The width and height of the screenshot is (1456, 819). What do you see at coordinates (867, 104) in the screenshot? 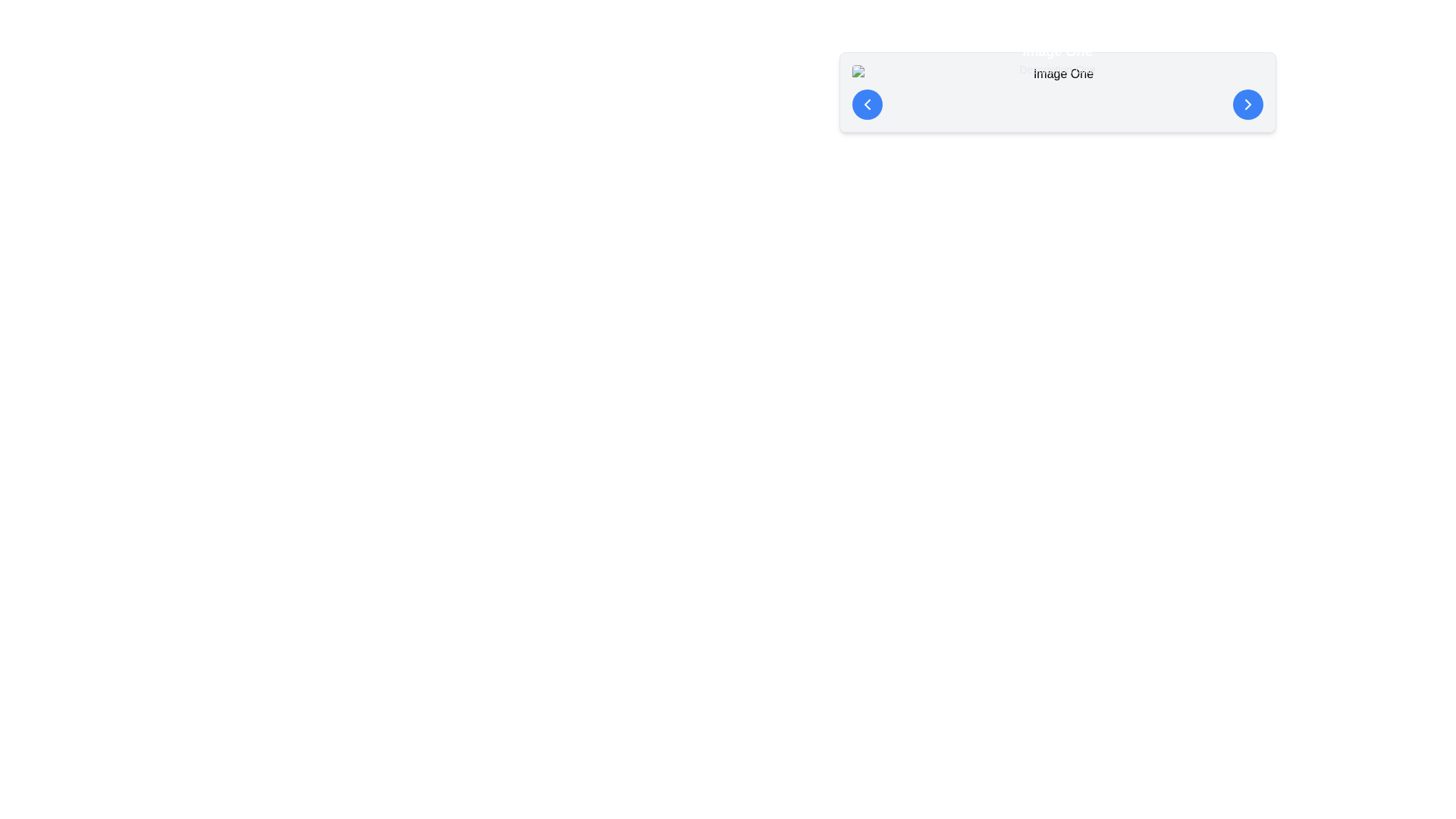
I see `the leftmost navigation button intended to move to the previous item in the sequence, located to the left of the content box labeled 'Image One'` at bounding box center [867, 104].